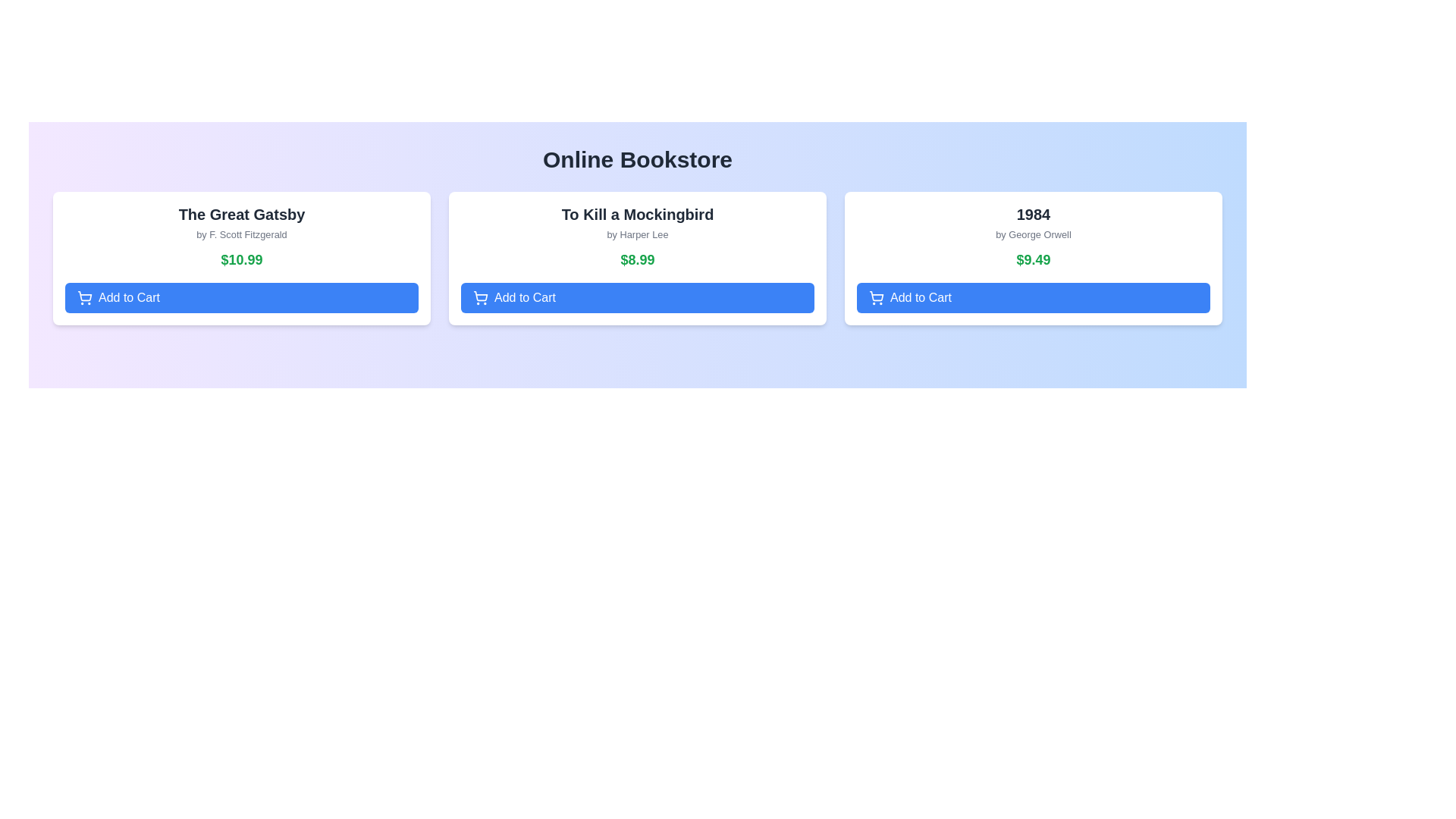 The image size is (1456, 819). I want to click on the icon representing the action of adding 'To Kill a Mockingbird' to the shopping cart, located in the second card of the bookstore interface, so click(479, 296).